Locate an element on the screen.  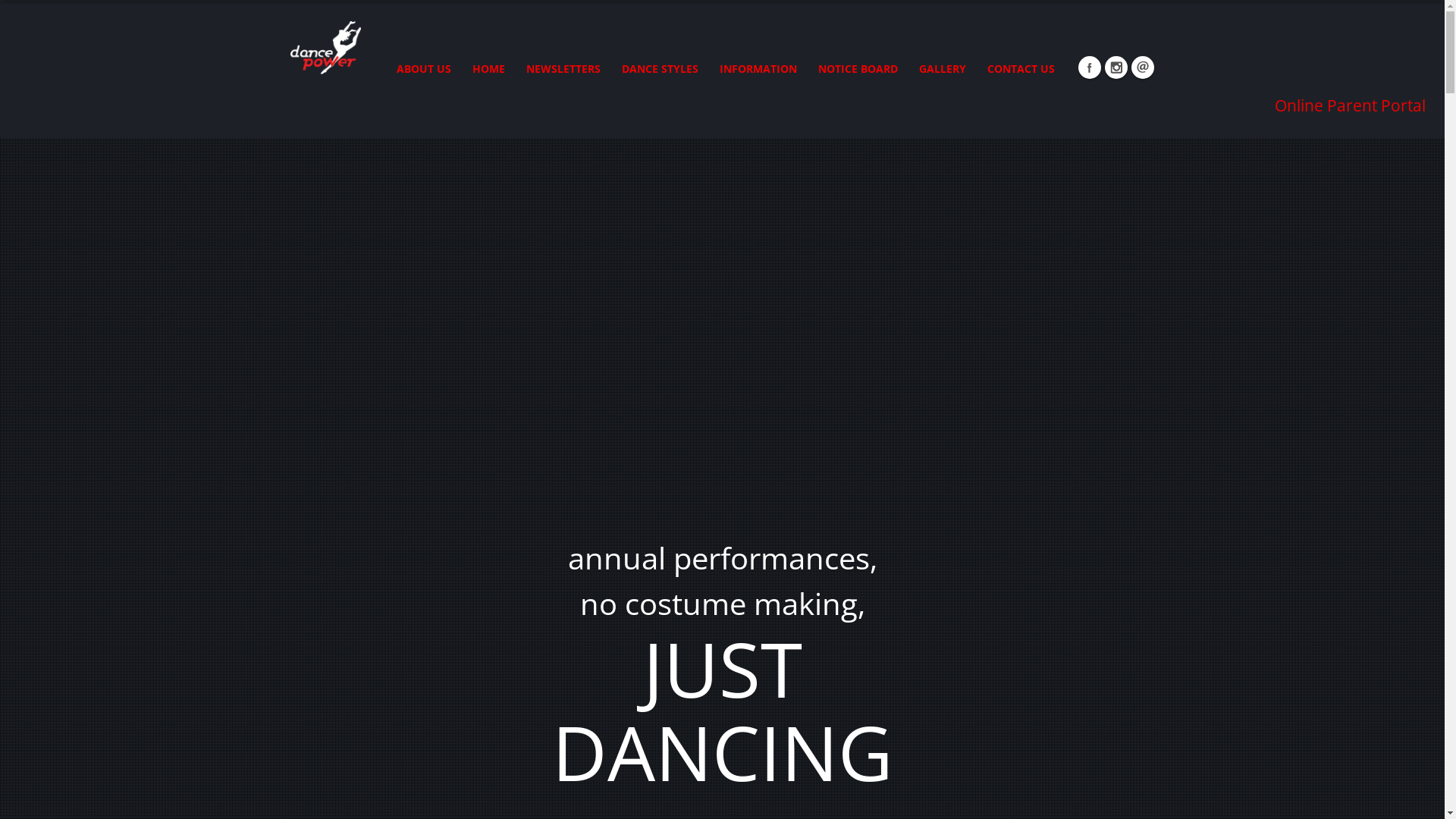
'Dance Power' is located at coordinates (324, 43).